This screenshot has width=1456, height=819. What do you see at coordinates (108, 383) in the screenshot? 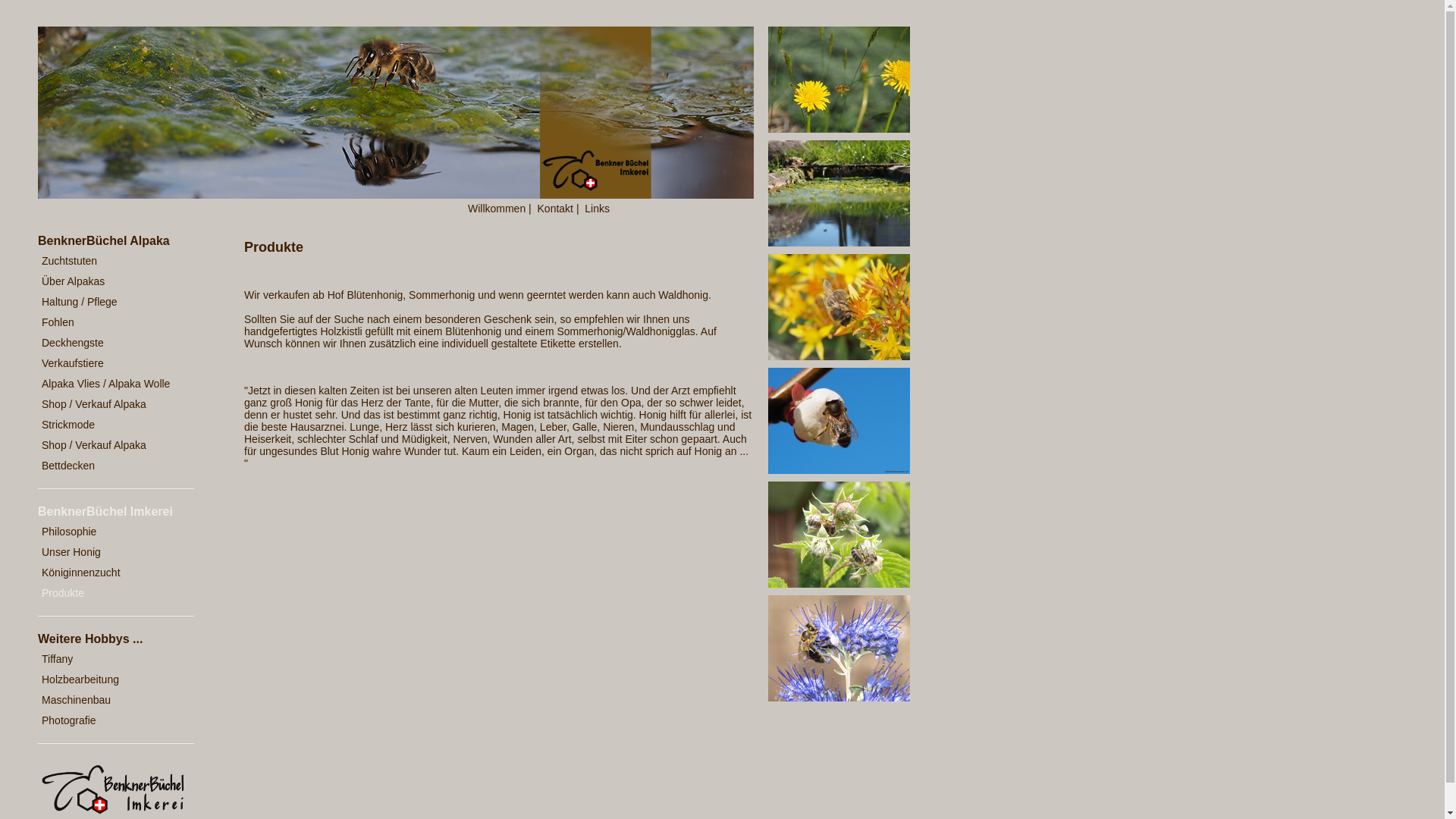
I see `'Alpaka Vlies / Alpaka Wolle'` at bounding box center [108, 383].